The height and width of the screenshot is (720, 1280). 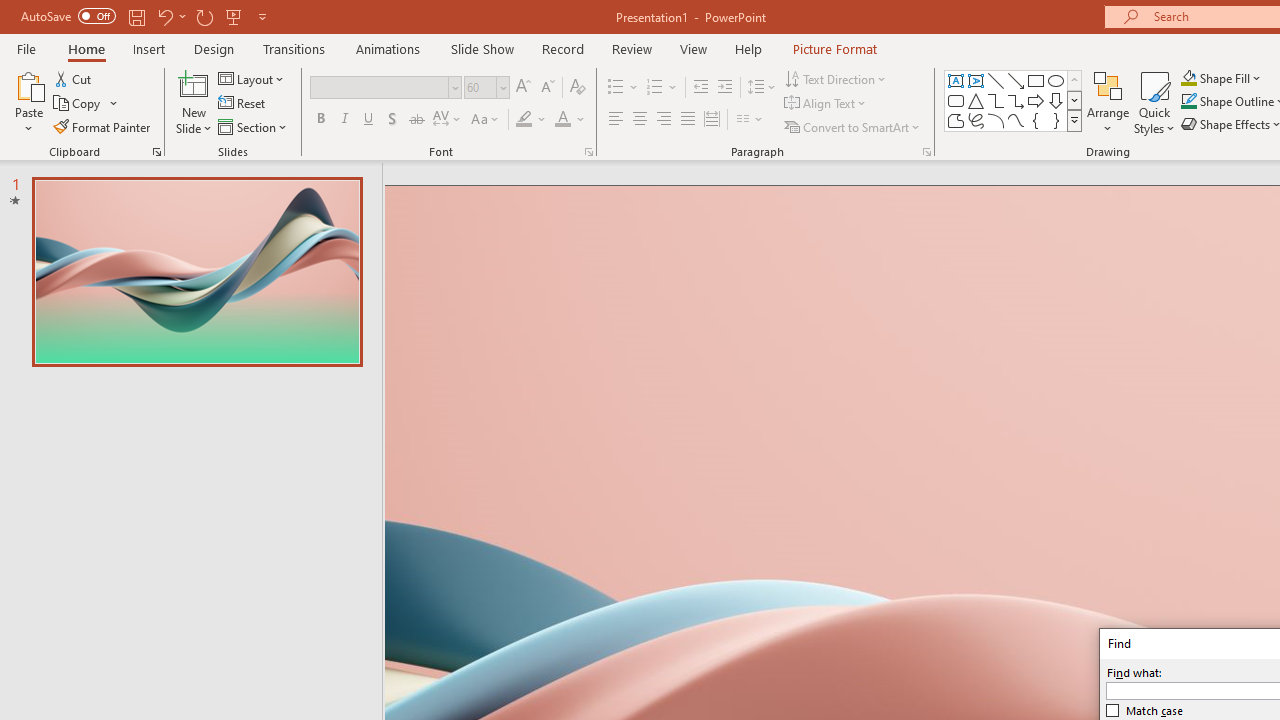 What do you see at coordinates (193, 84) in the screenshot?
I see `'New Slide'` at bounding box center [193, 84].